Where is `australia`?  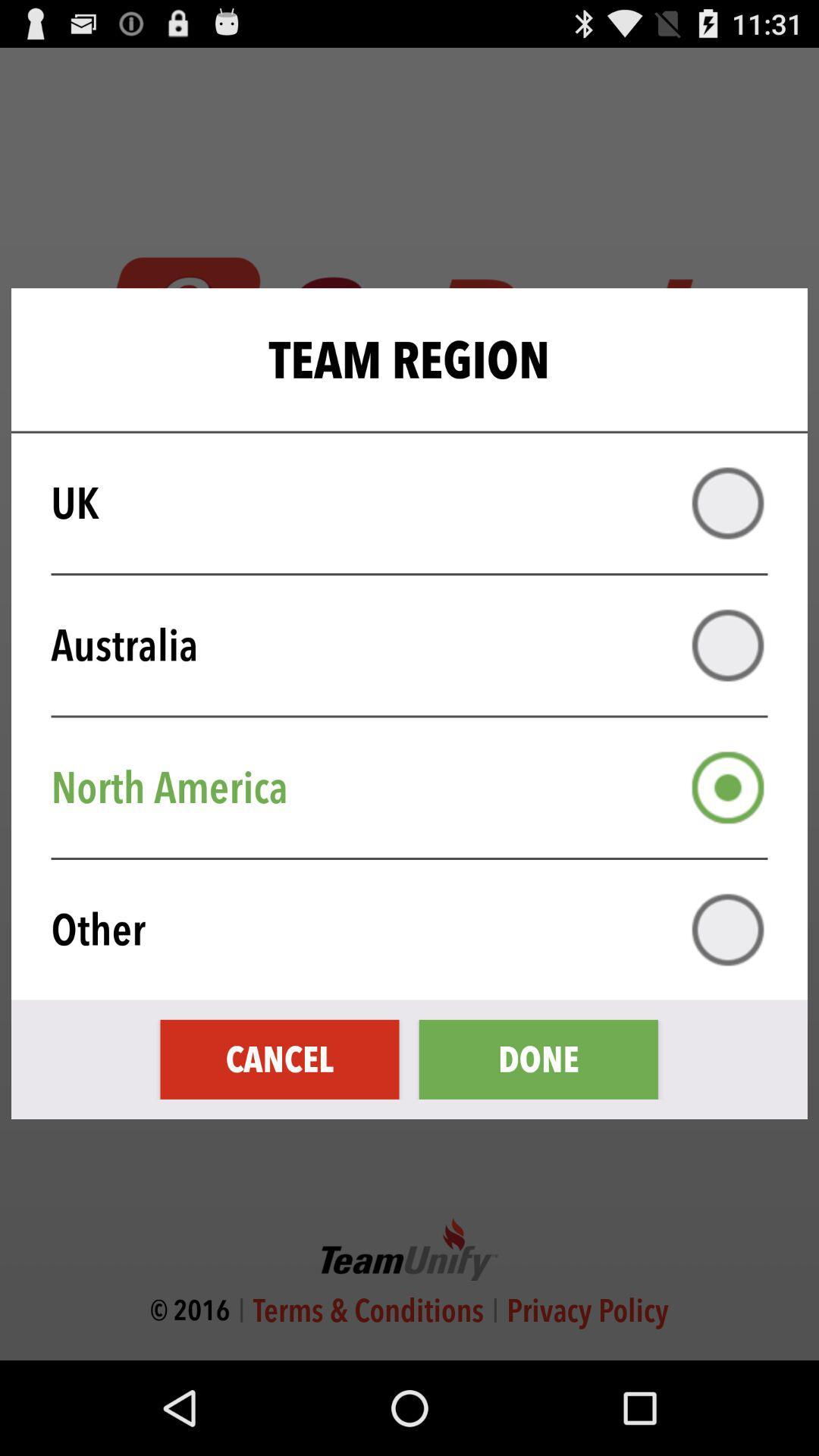
australia is located at coordinates (727, 645).